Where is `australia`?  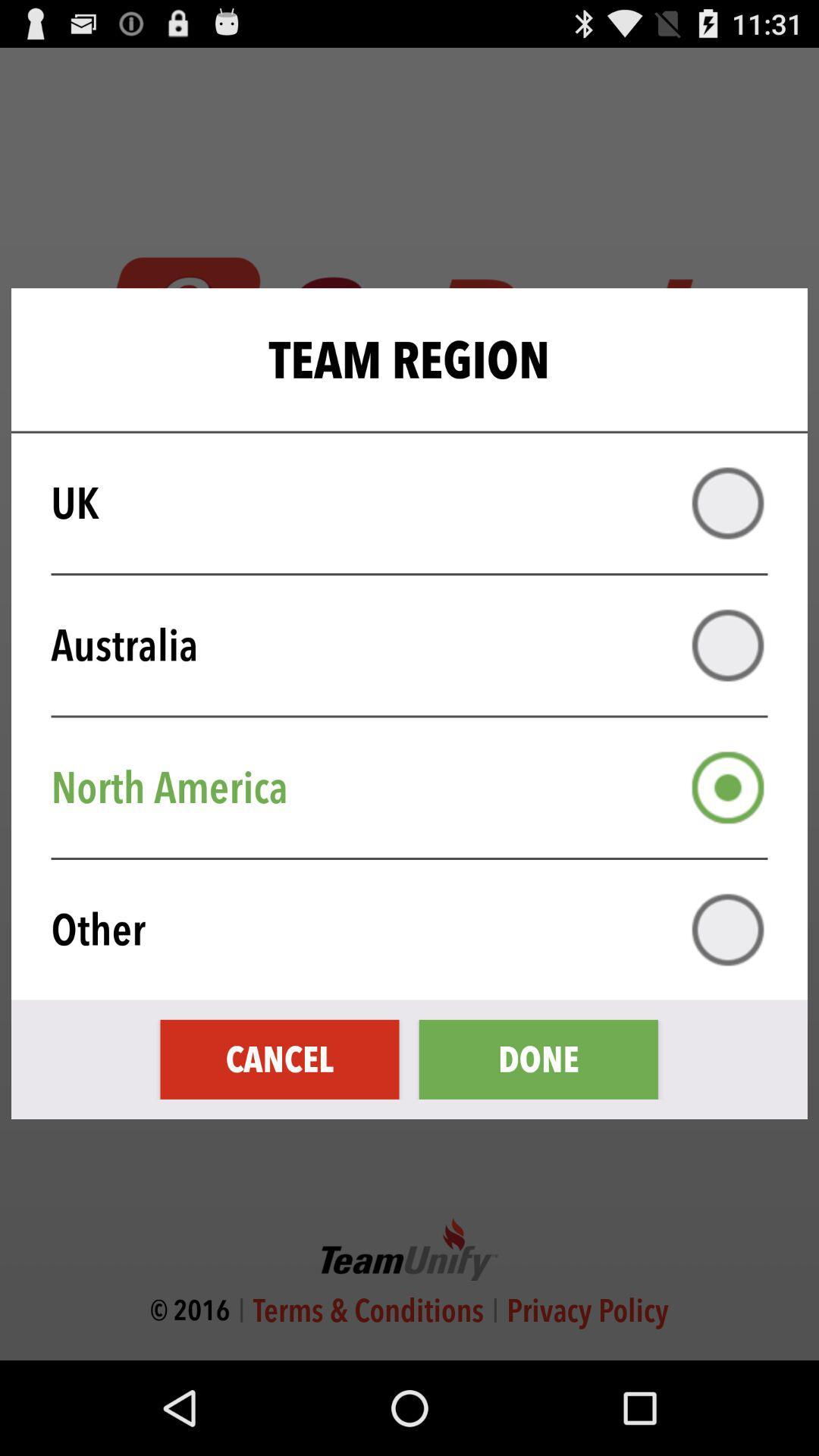
australia is located at coordinates (727, 645).